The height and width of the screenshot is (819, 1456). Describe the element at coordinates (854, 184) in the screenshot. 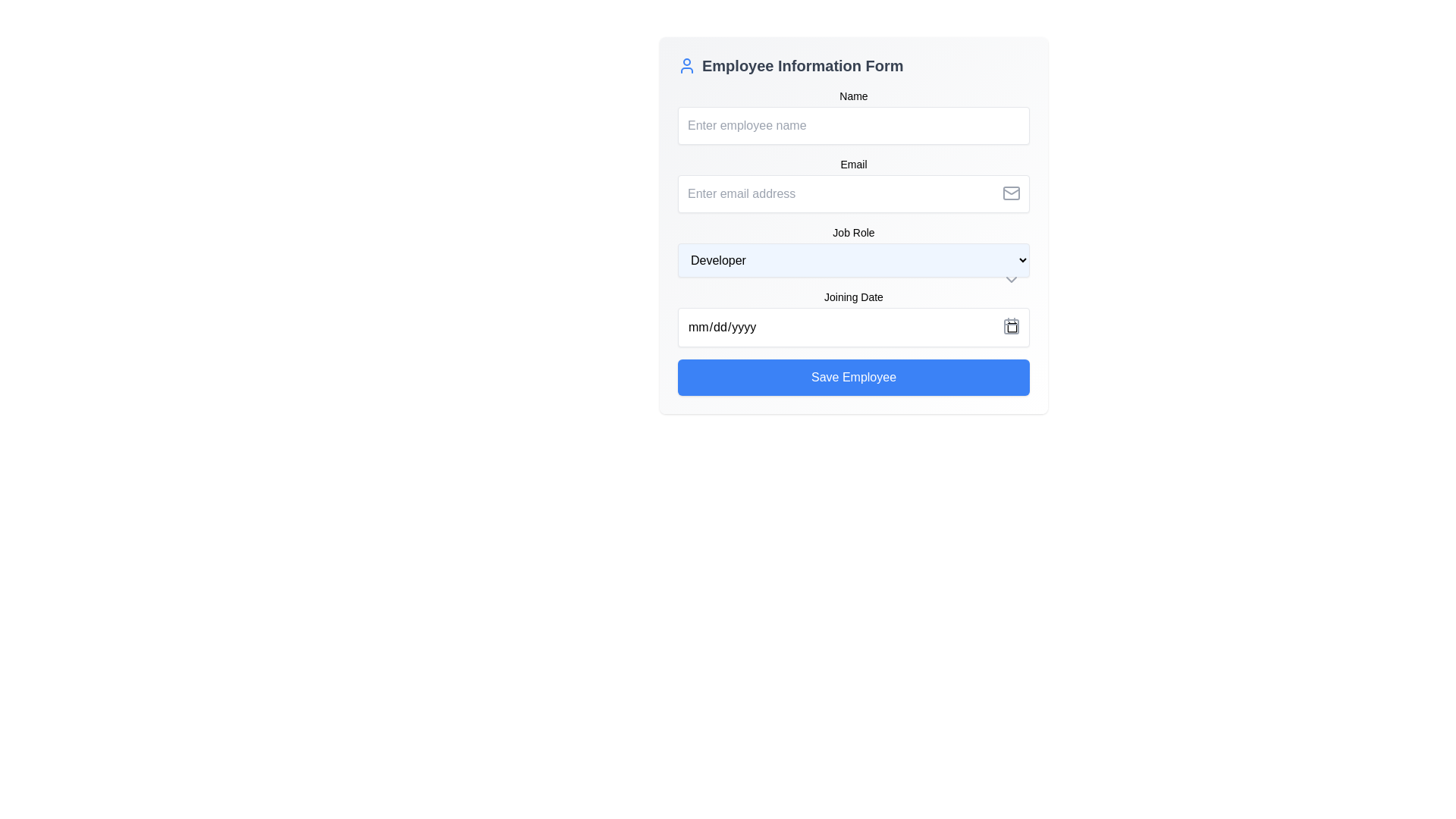

I see `inside the labeled input field for email entry, which is located below the 'Name' input field and above the 'Job Role' dropdown, to type an email address` at that location.